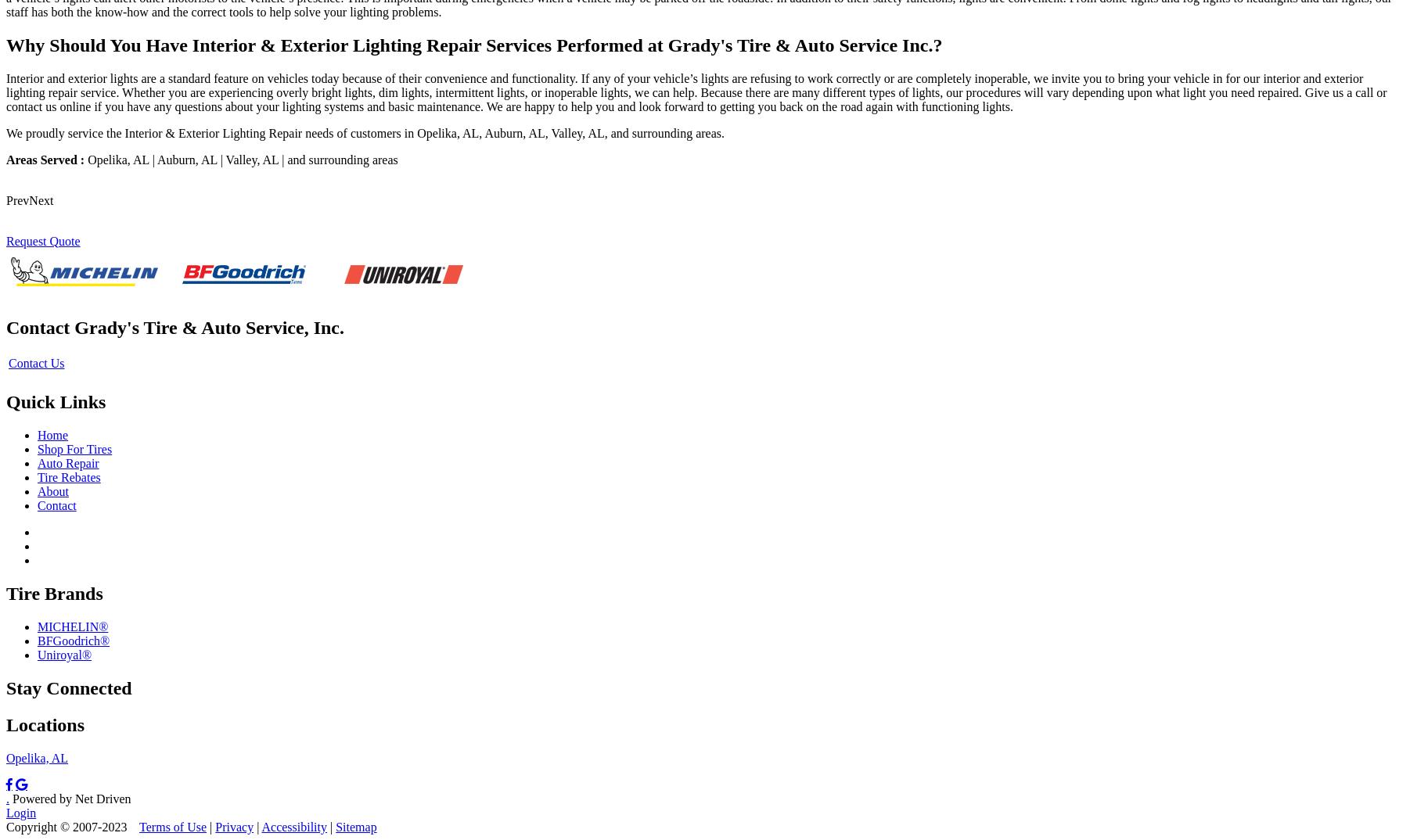  Describe the element at coordinates (55, 402) in the screenshot. I see `'Quick Links'` at that location.